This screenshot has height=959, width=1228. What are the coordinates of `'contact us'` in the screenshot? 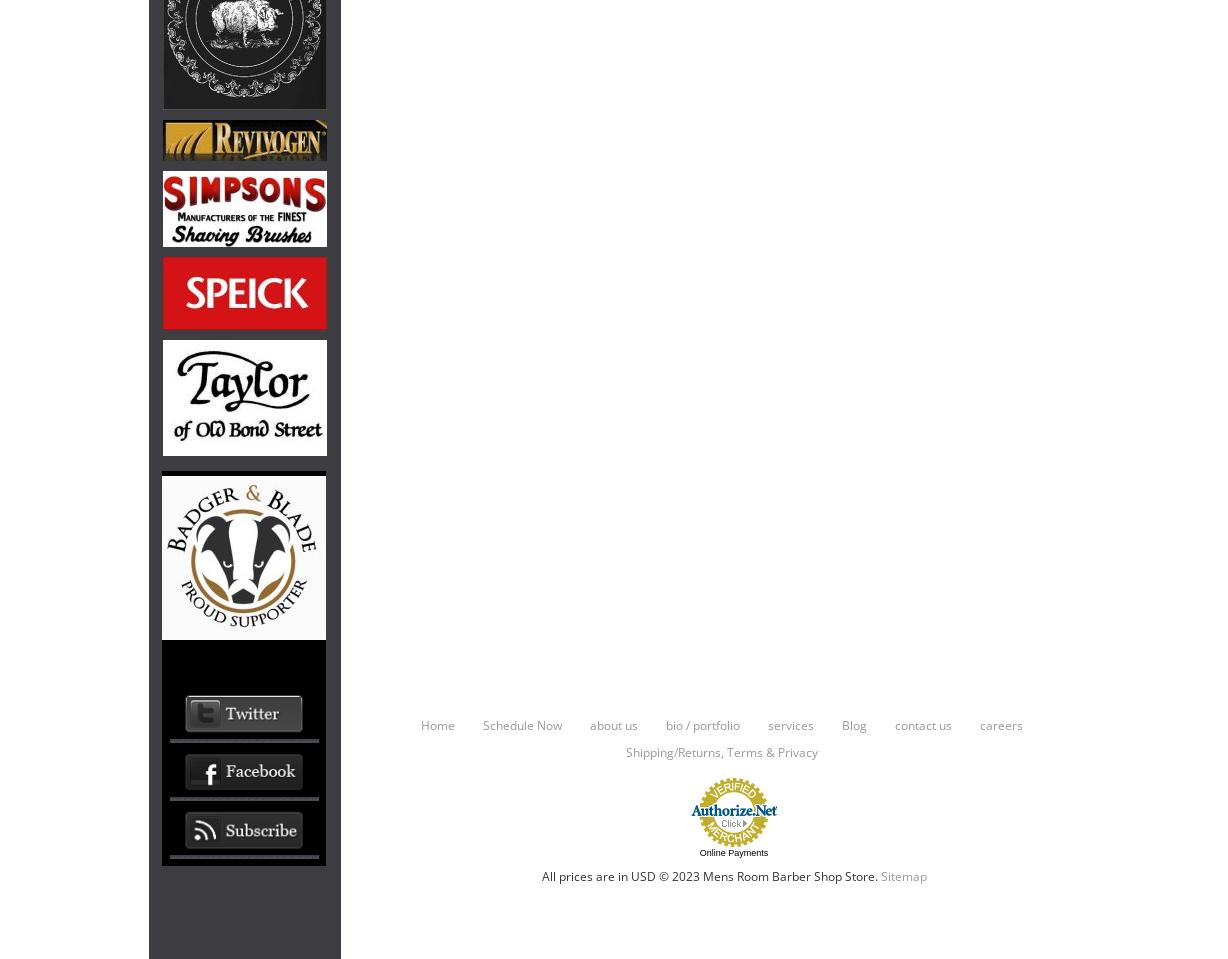 It's located at (922, 723).